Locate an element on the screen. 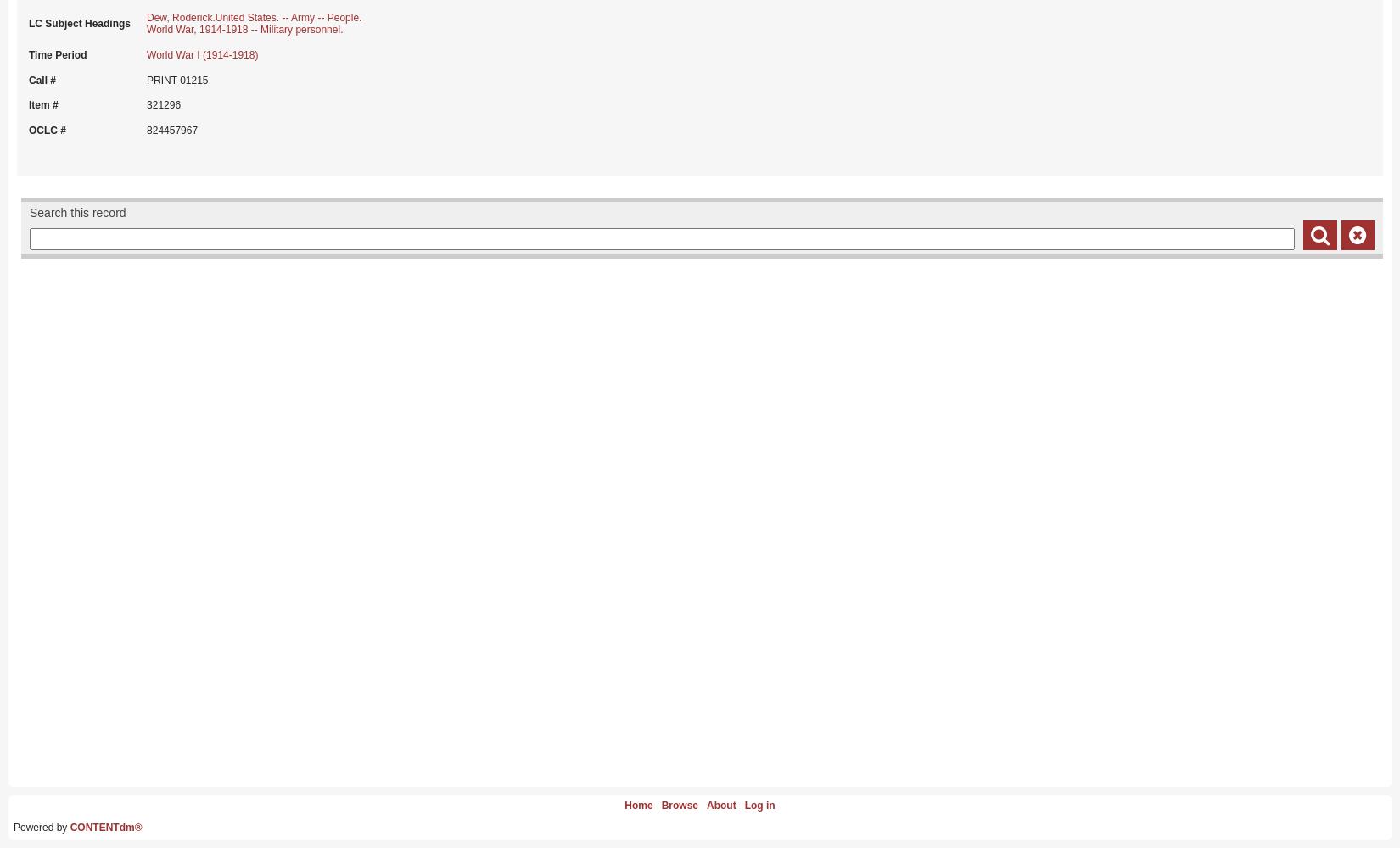 The image size is (1400, 848). 'Call #' is located at coordinates (42, 79).